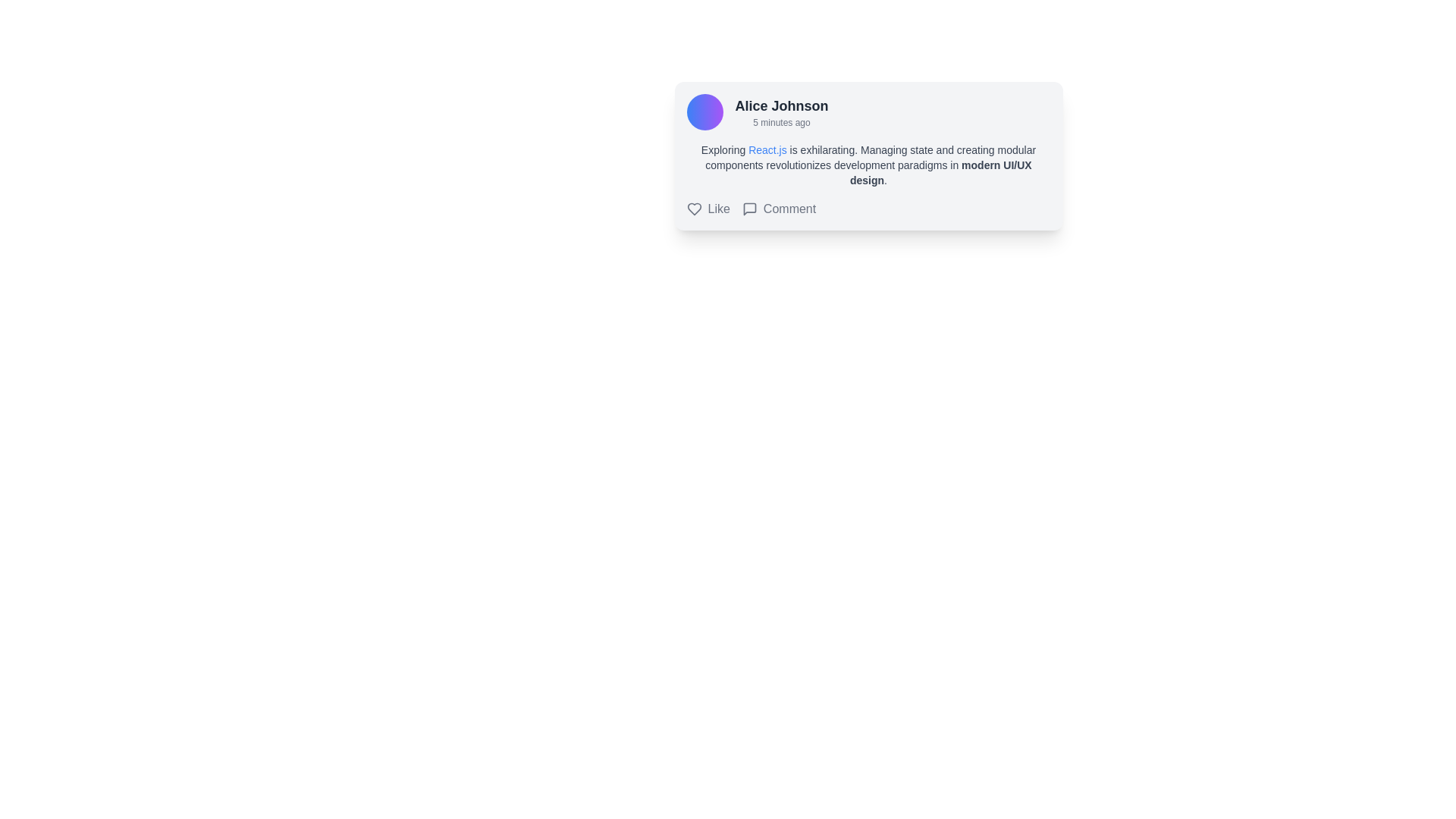 The height and width of the screenshot is (819, 1456). I want to click on the 'Like' button, which features a heart-shaped icon and the word 'Like' in gray, positioned to the left of the 'Comment' element below a user post, so click(708, 209).